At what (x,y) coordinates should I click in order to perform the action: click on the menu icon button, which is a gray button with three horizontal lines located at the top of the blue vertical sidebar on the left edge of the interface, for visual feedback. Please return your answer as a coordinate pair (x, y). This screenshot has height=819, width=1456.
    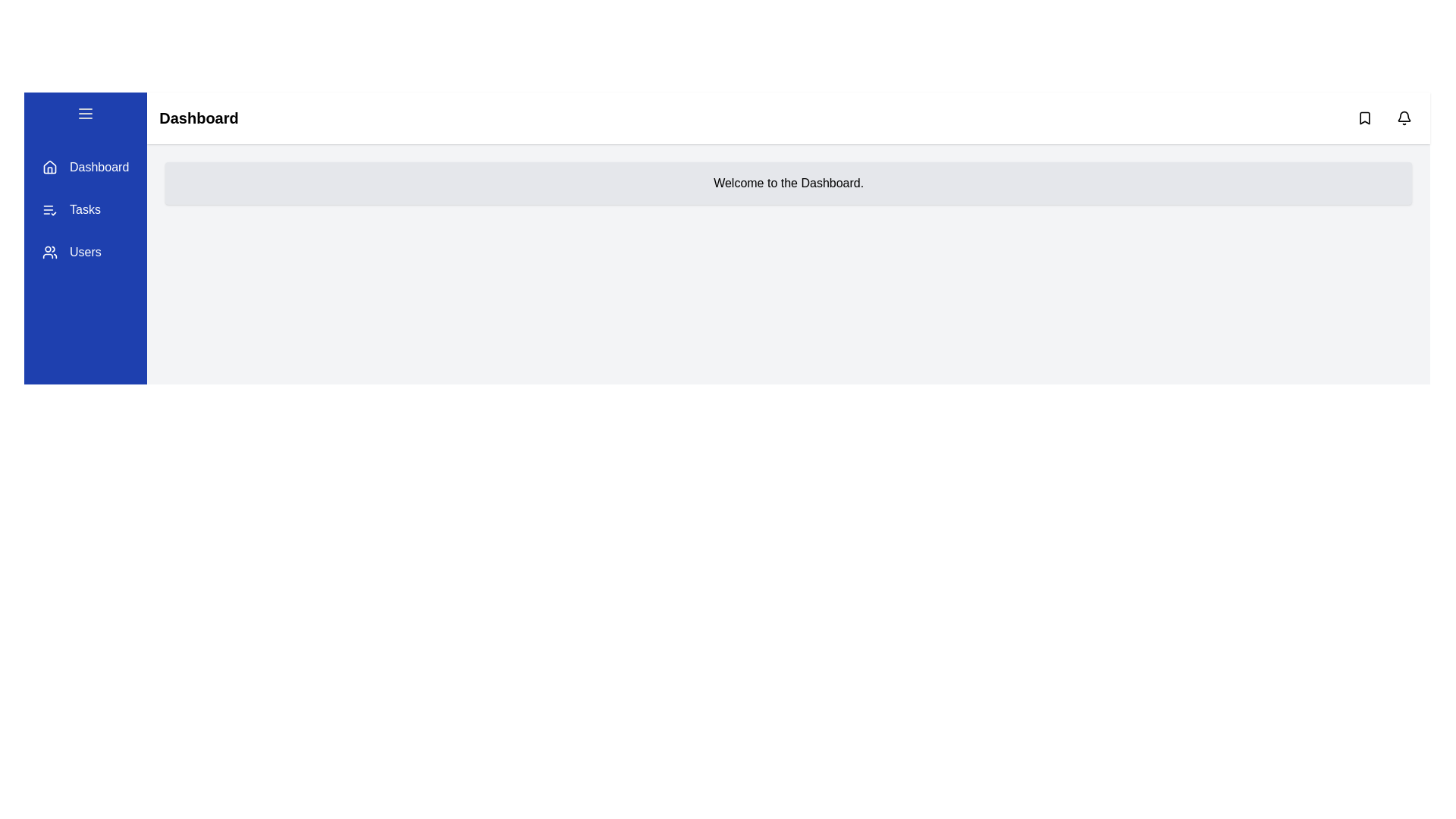
    Looking at the image, I should click on (85, 113).